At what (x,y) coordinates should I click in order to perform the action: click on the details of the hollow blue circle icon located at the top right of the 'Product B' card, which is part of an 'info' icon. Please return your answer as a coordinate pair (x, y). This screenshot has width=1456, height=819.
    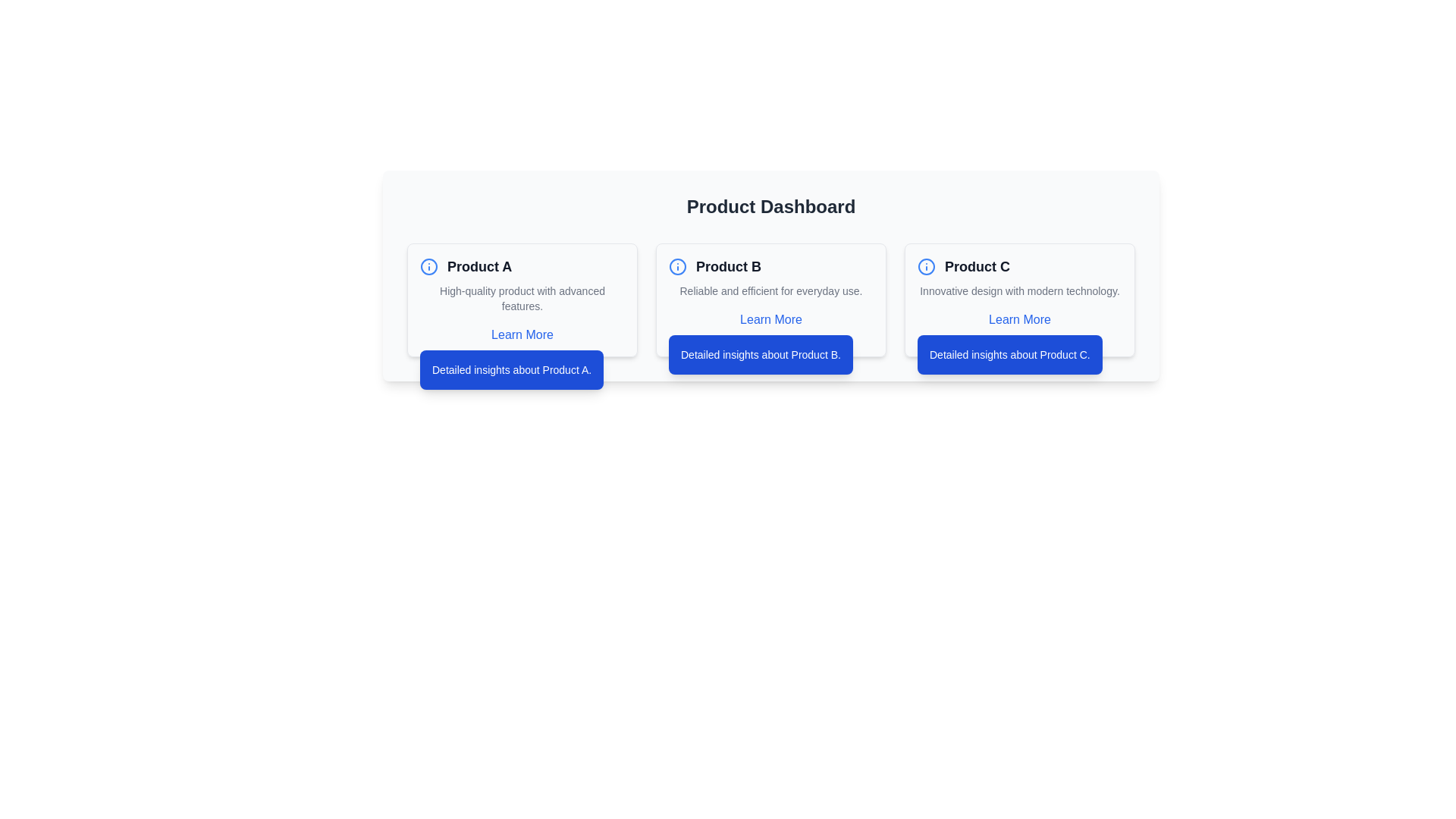
    Looking at the image, I should click on (428, 265).